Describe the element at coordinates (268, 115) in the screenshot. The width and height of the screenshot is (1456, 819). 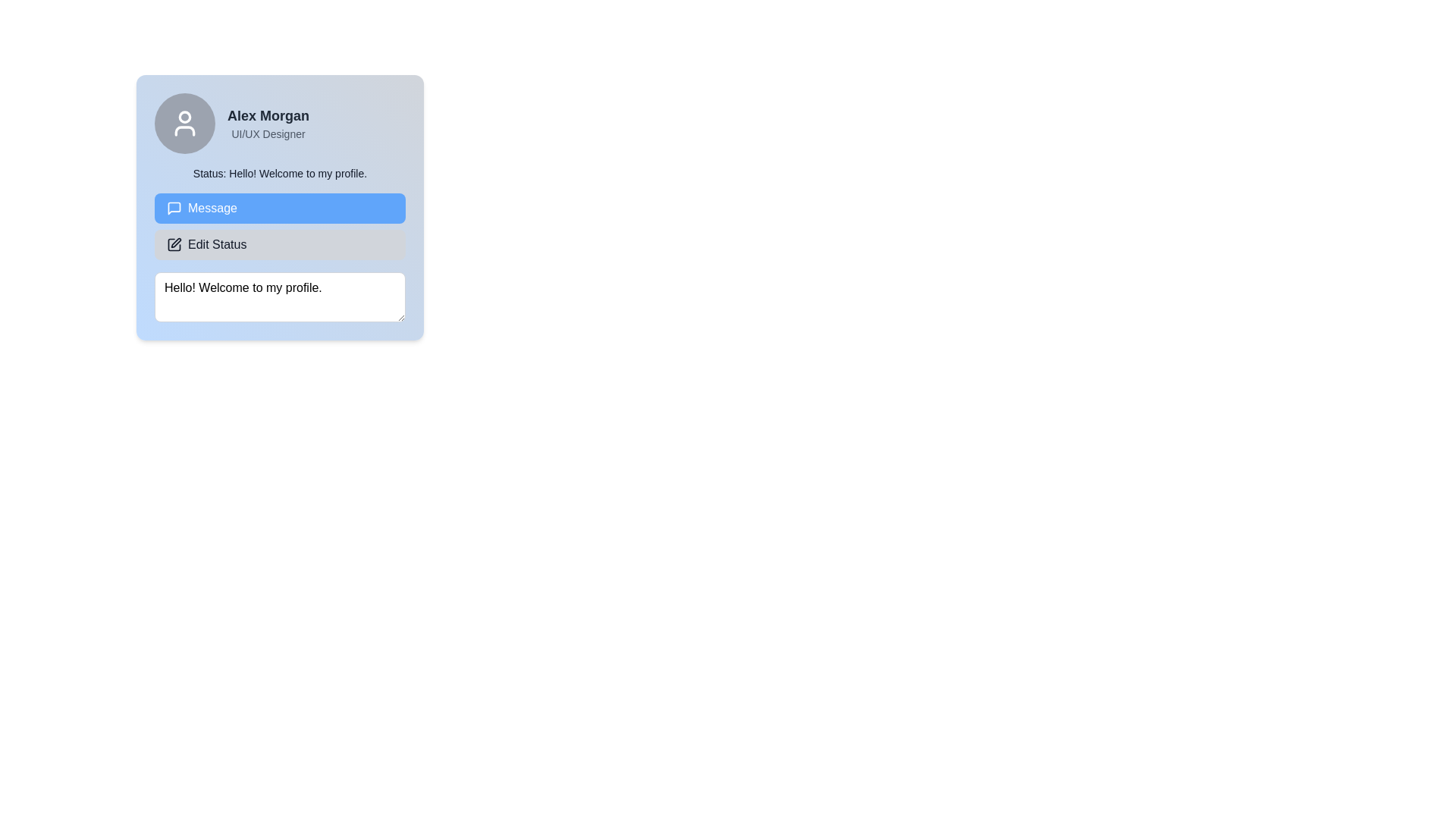
I see `the bold, dark gray text displaying the name 'Alex Morgan', which is located at the top of a profile card and prominently styled to stand out` at that location.